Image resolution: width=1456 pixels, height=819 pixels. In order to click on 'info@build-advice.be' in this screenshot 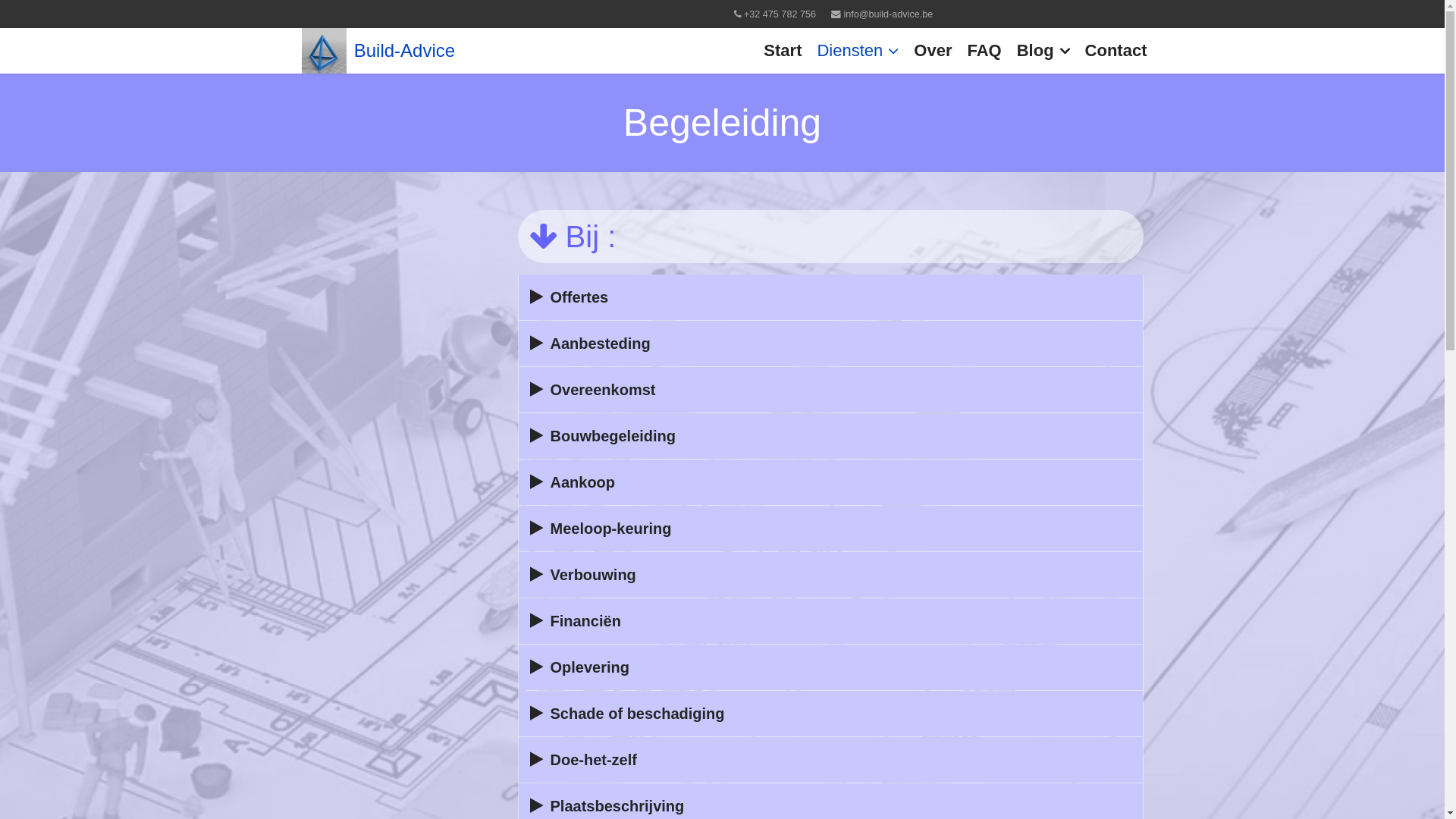, I will do `click(843, 14)`.